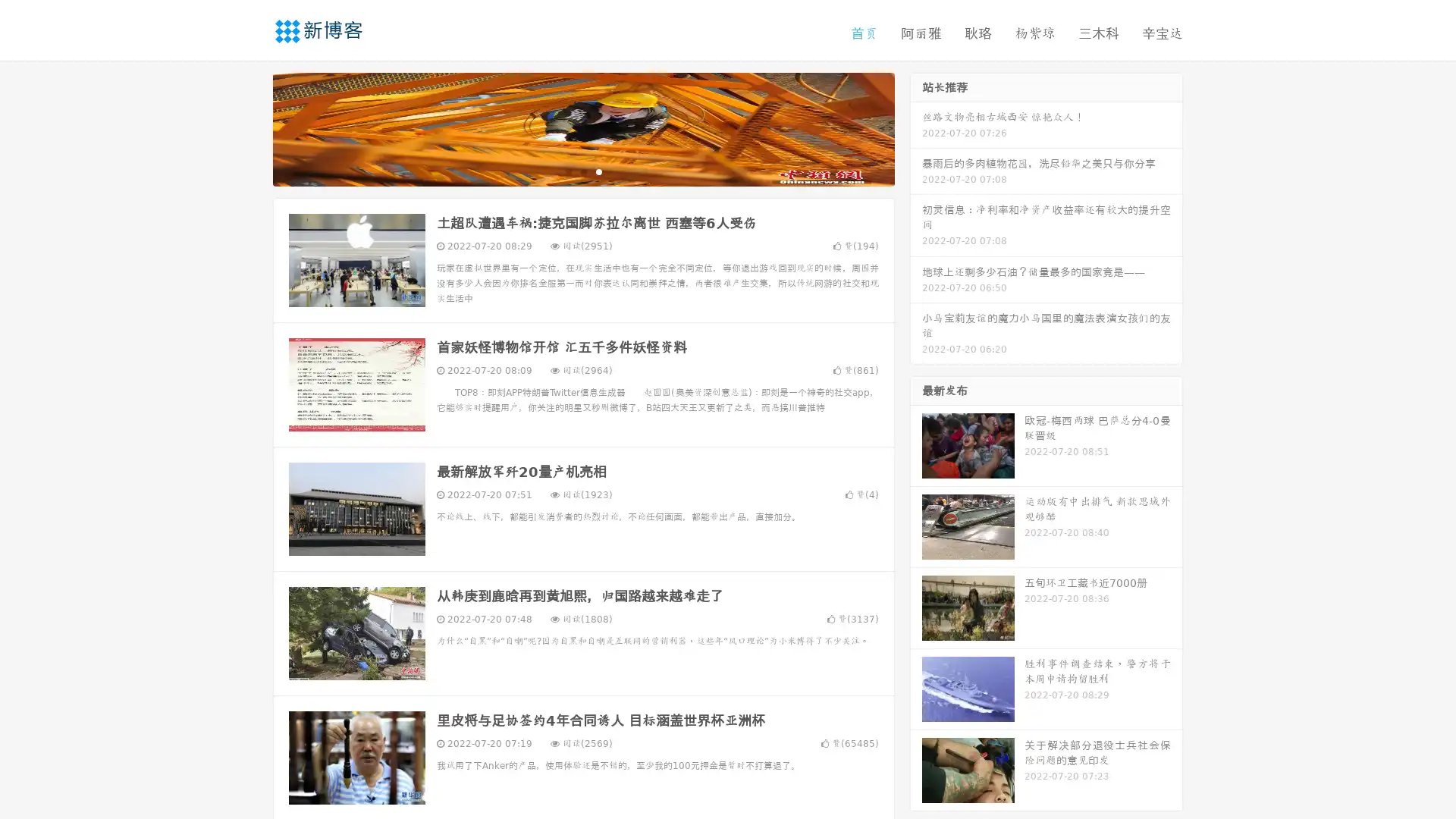  I want to click on Go to slide 1, so click(567, 171).